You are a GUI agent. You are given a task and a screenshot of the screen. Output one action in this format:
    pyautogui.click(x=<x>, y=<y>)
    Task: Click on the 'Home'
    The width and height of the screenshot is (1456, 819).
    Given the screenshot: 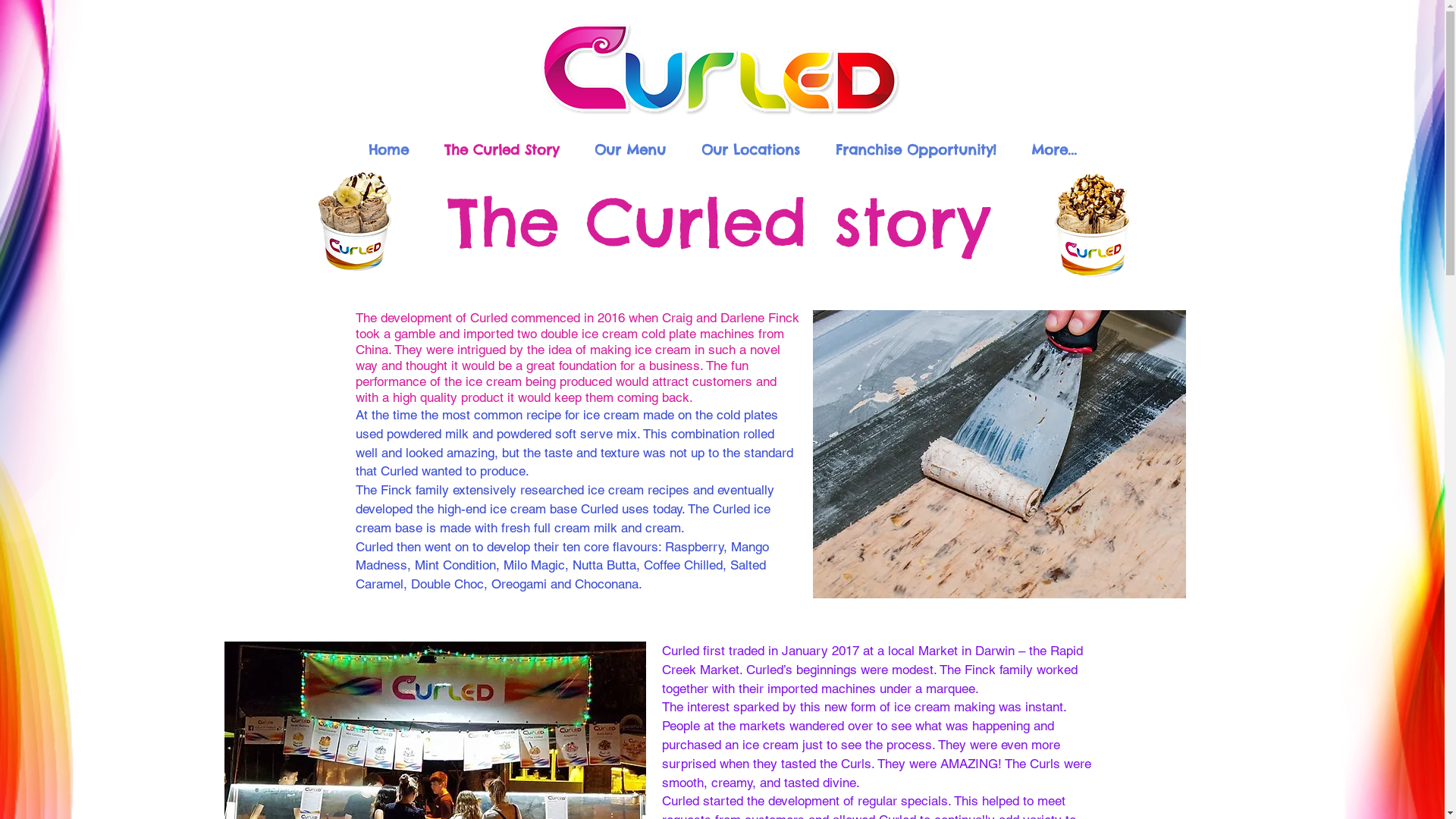 What is the action you would take?
    pyautogui.click(x=388, y=148)
    